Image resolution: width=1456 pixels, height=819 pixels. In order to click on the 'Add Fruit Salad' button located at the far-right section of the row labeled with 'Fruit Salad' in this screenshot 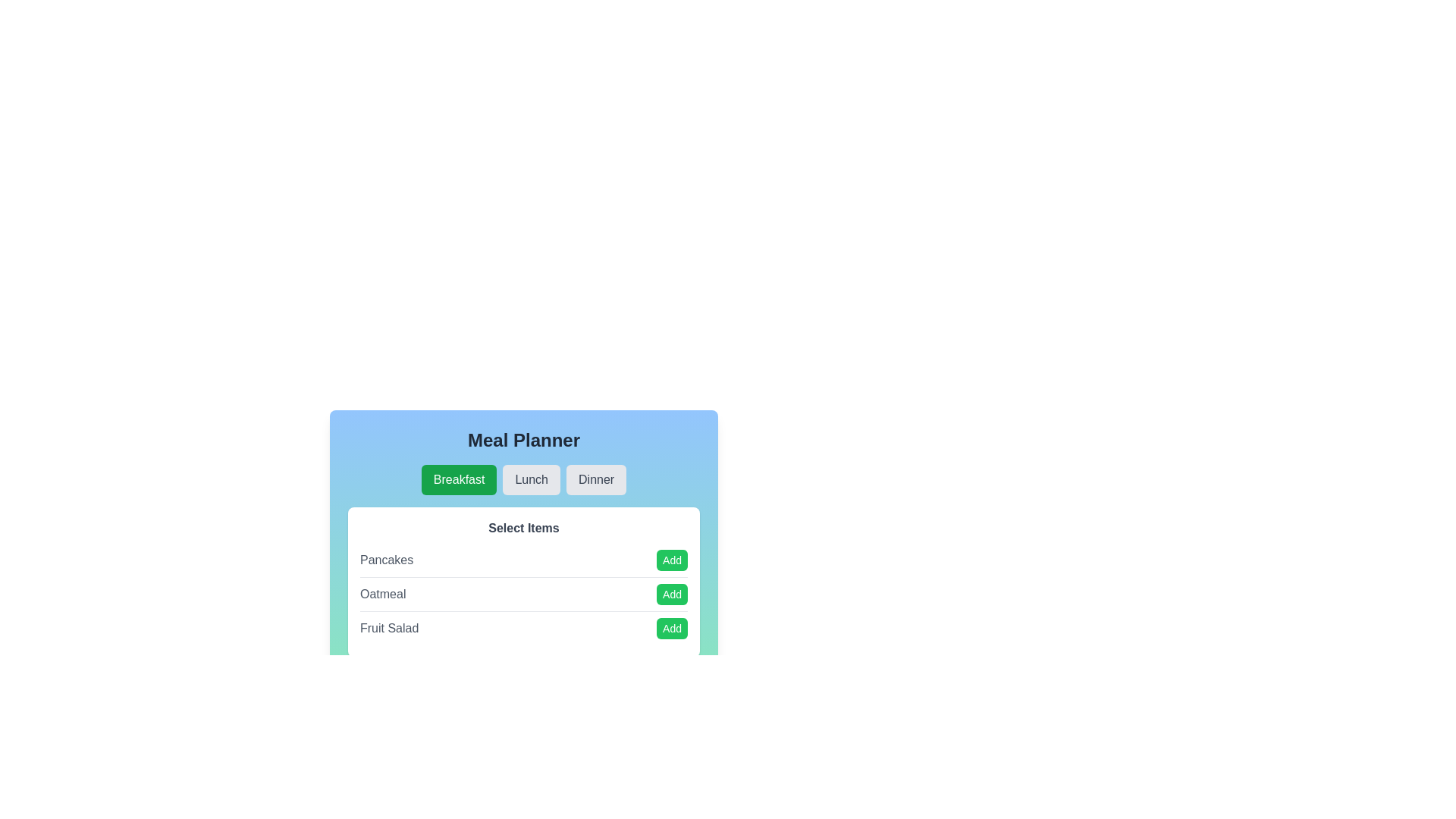, I will do `click(671, 629)`.